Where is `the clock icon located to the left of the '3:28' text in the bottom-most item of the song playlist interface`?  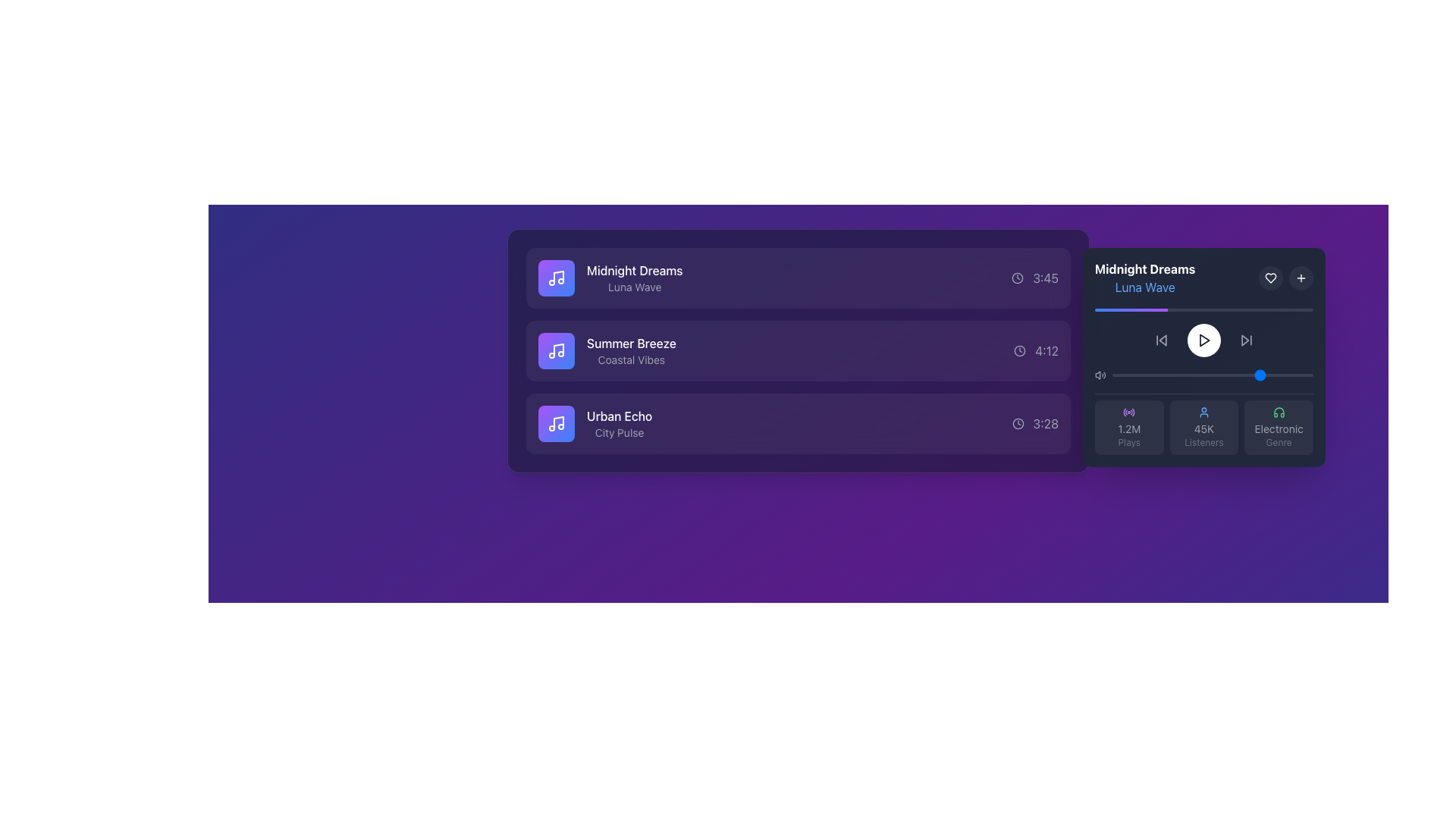 the clock icon located to the left of the '3:28' text in the bottom-most item of the song playlist interface is located at coordinates (1018, 424).